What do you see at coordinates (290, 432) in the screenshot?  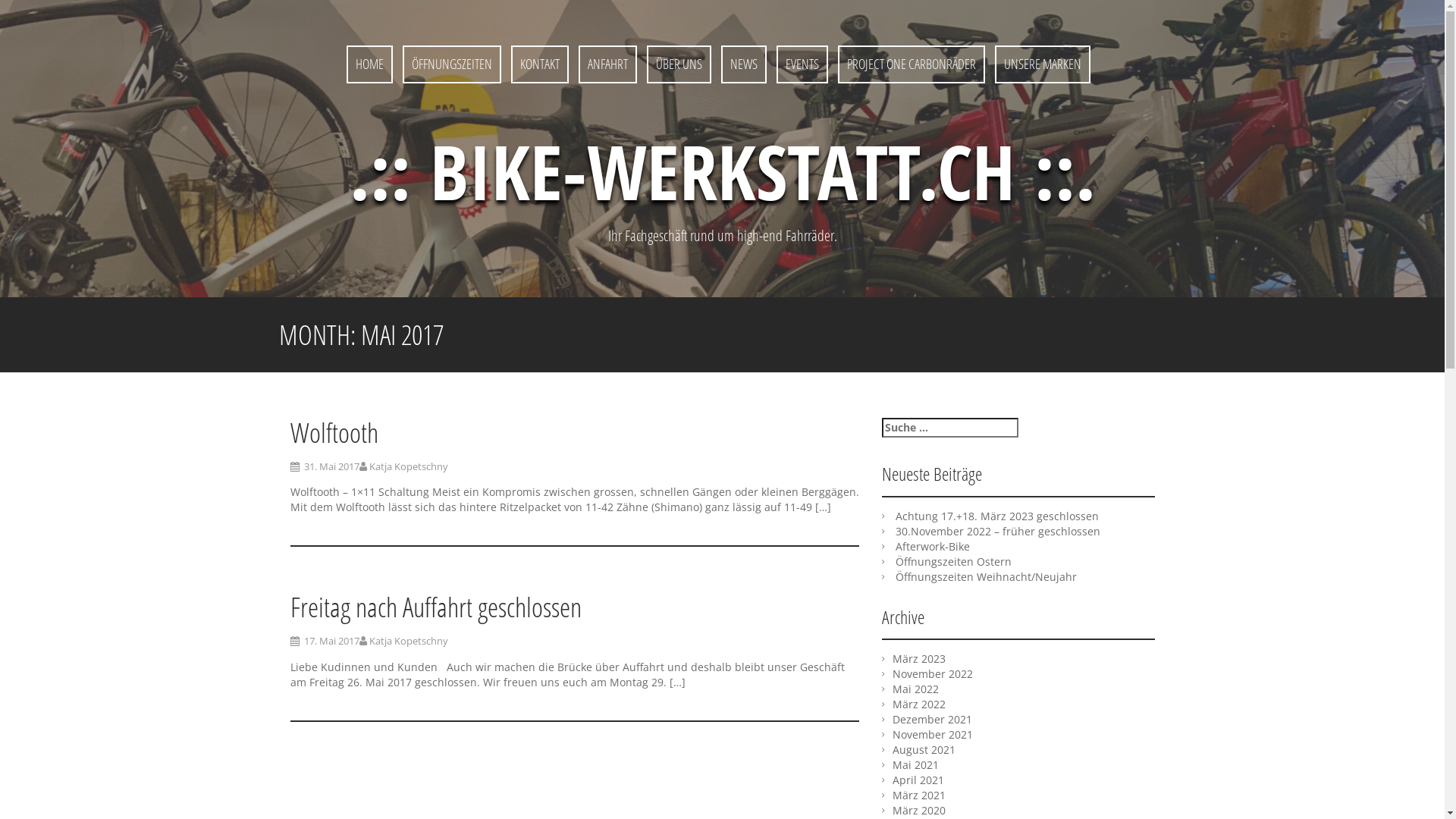 I see `'Wolftooth'` at bounding box center [290, 432].